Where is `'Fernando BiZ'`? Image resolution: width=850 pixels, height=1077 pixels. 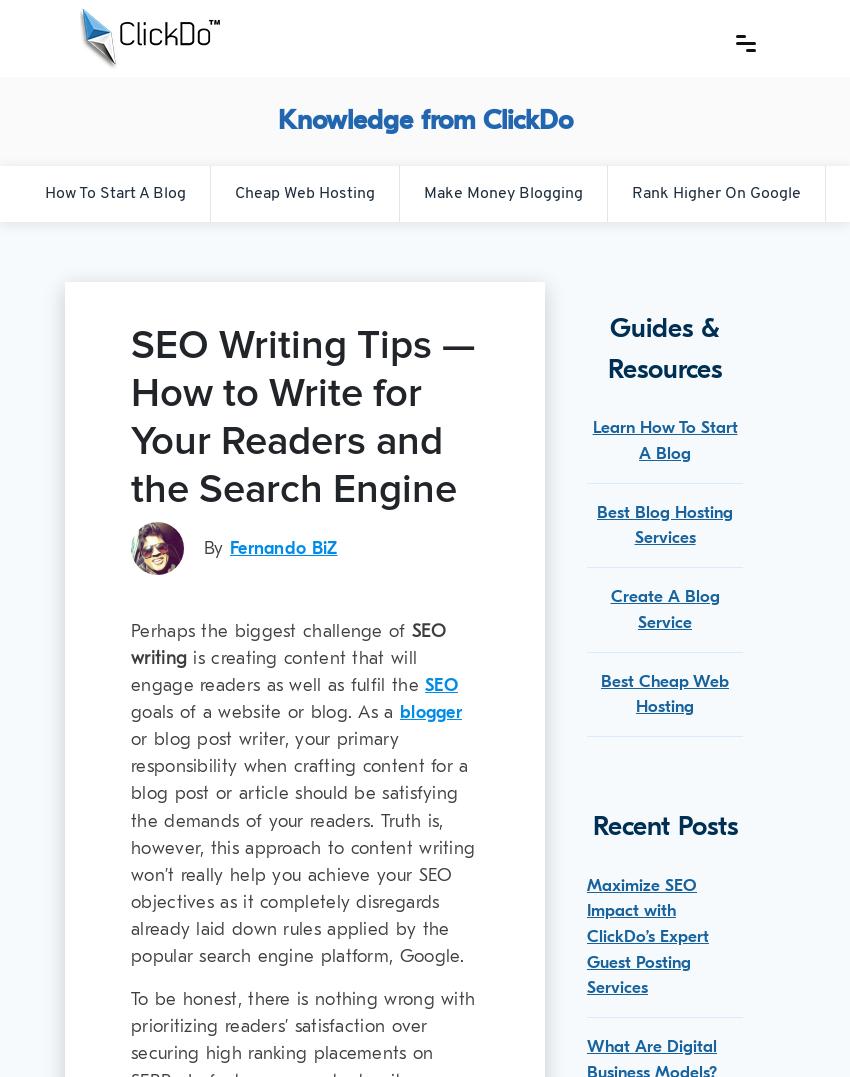 'Fernando BiZ' is located at coordinates (281, 547).